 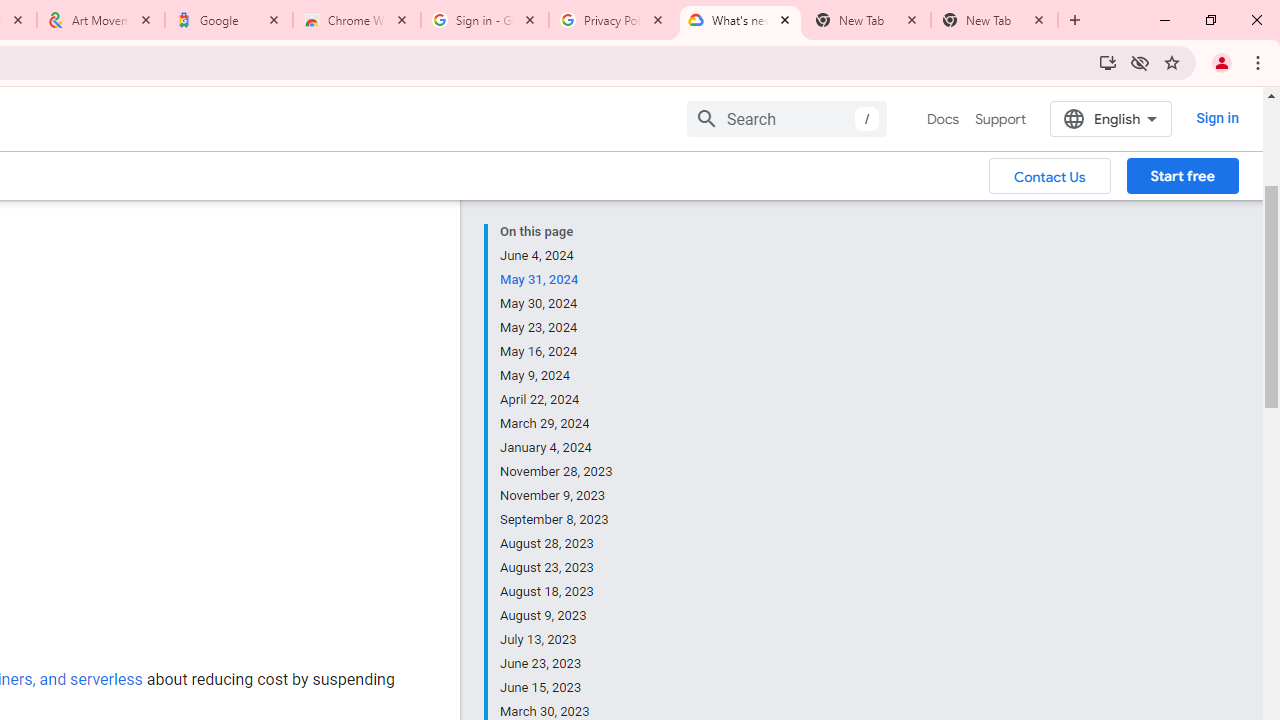 I want to click on 'August 23, 2023', so click(x=557, y=568).